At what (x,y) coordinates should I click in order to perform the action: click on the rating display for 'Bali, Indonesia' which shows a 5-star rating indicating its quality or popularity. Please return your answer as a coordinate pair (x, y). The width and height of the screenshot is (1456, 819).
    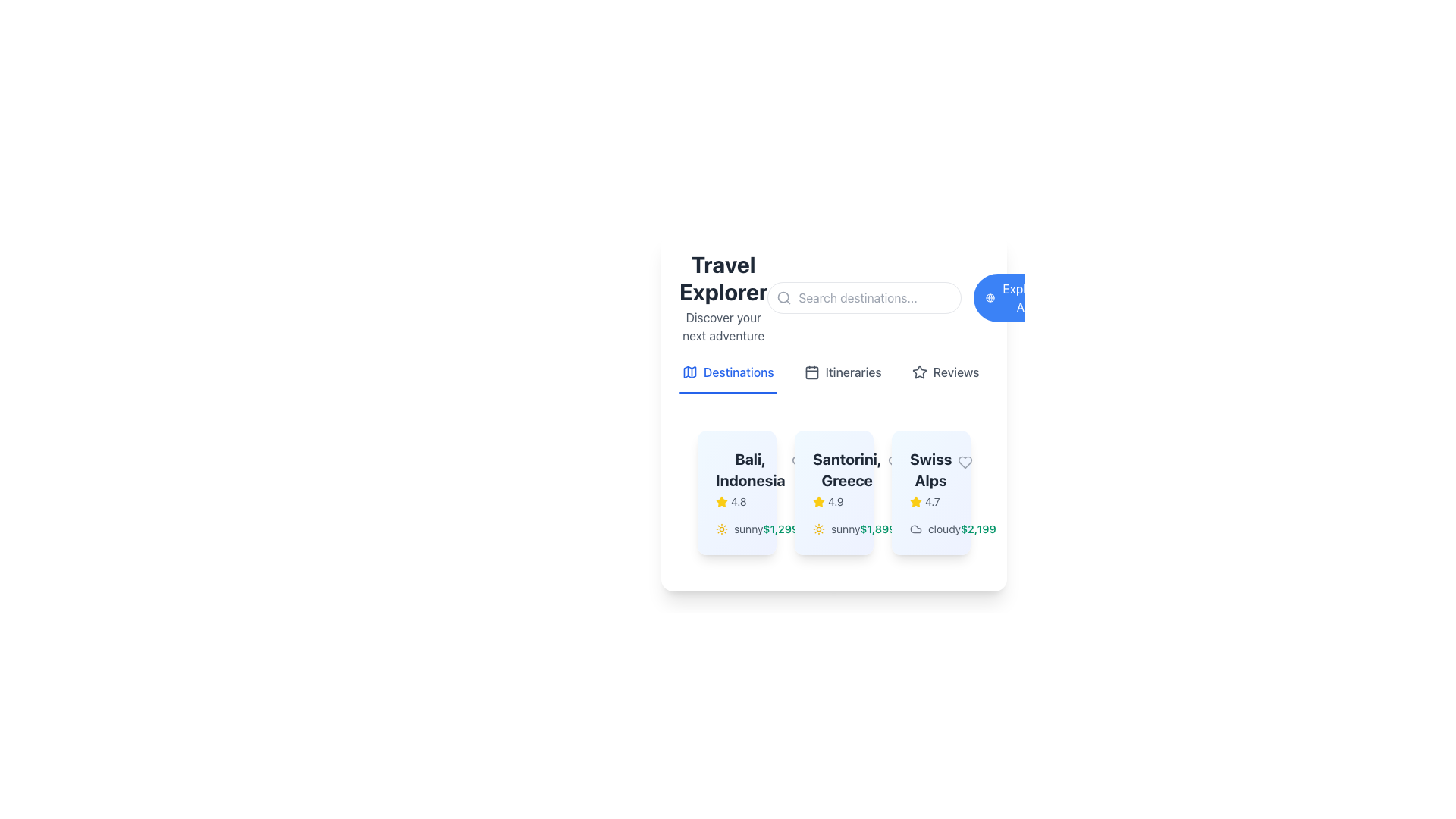
    Looking at the image, I should click on (750, 502).